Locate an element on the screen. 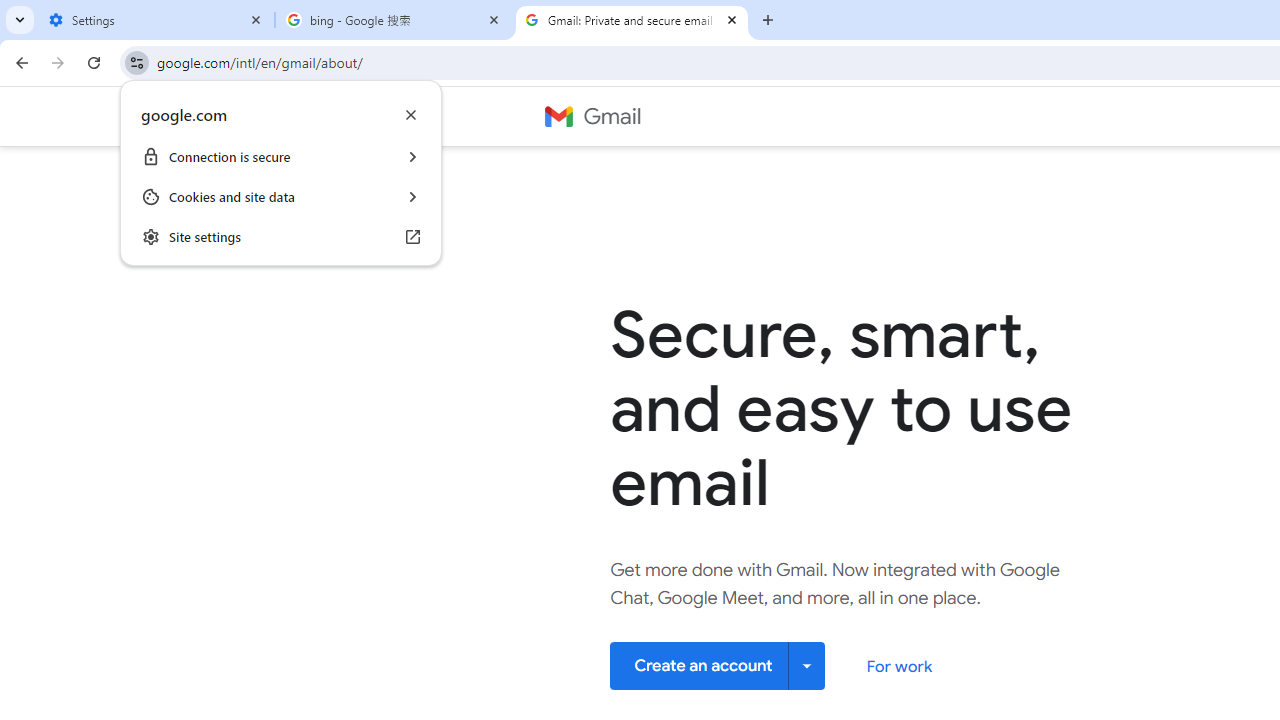 The width and height of the screenshot is (1280, 720). 'Create an account' is located at coordinates (718, 665).